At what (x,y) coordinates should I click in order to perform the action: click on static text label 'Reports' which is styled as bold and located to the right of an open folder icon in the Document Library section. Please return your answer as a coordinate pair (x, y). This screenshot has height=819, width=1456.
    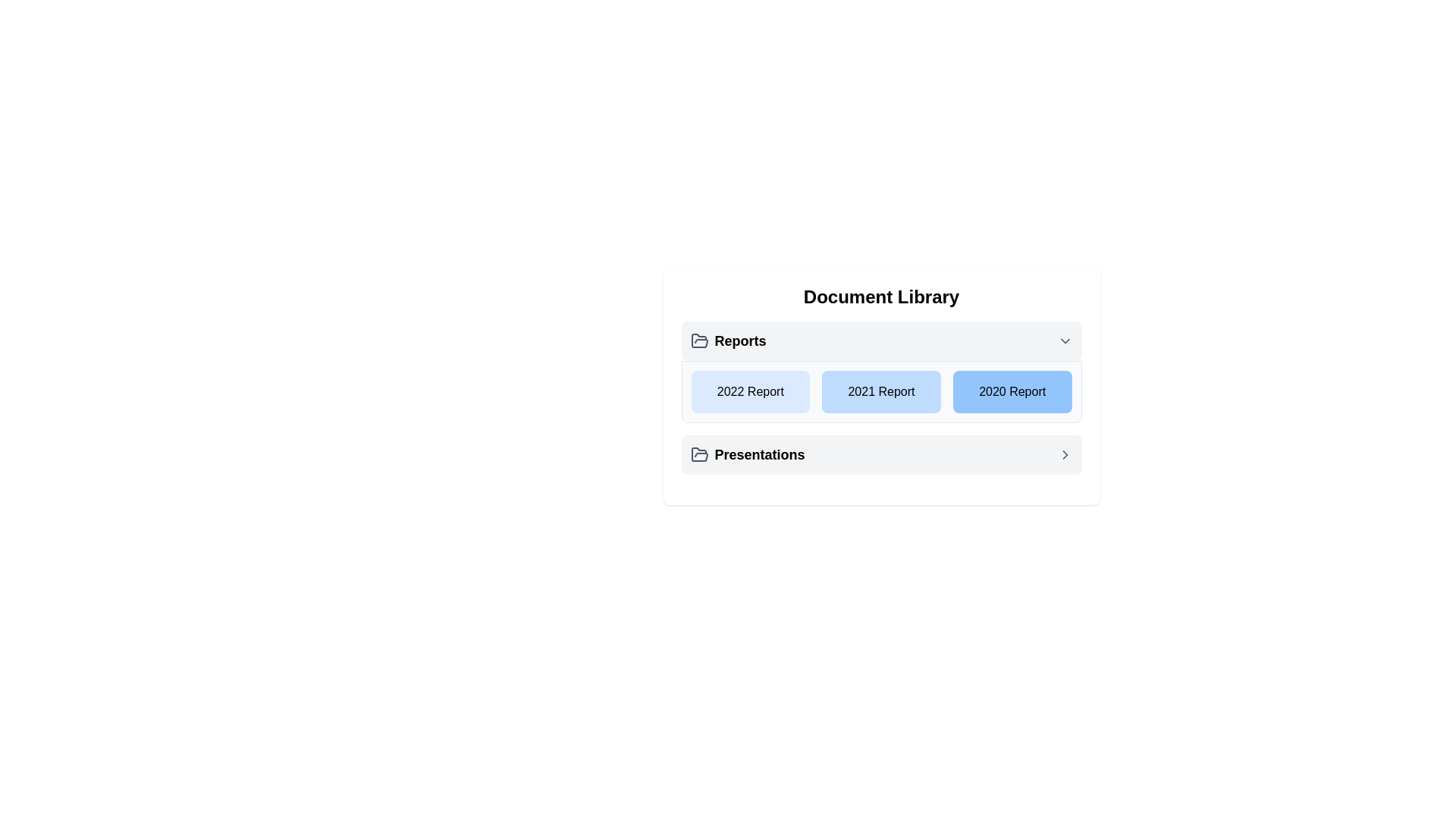
    Looking at the image, I should click on (740, 341).